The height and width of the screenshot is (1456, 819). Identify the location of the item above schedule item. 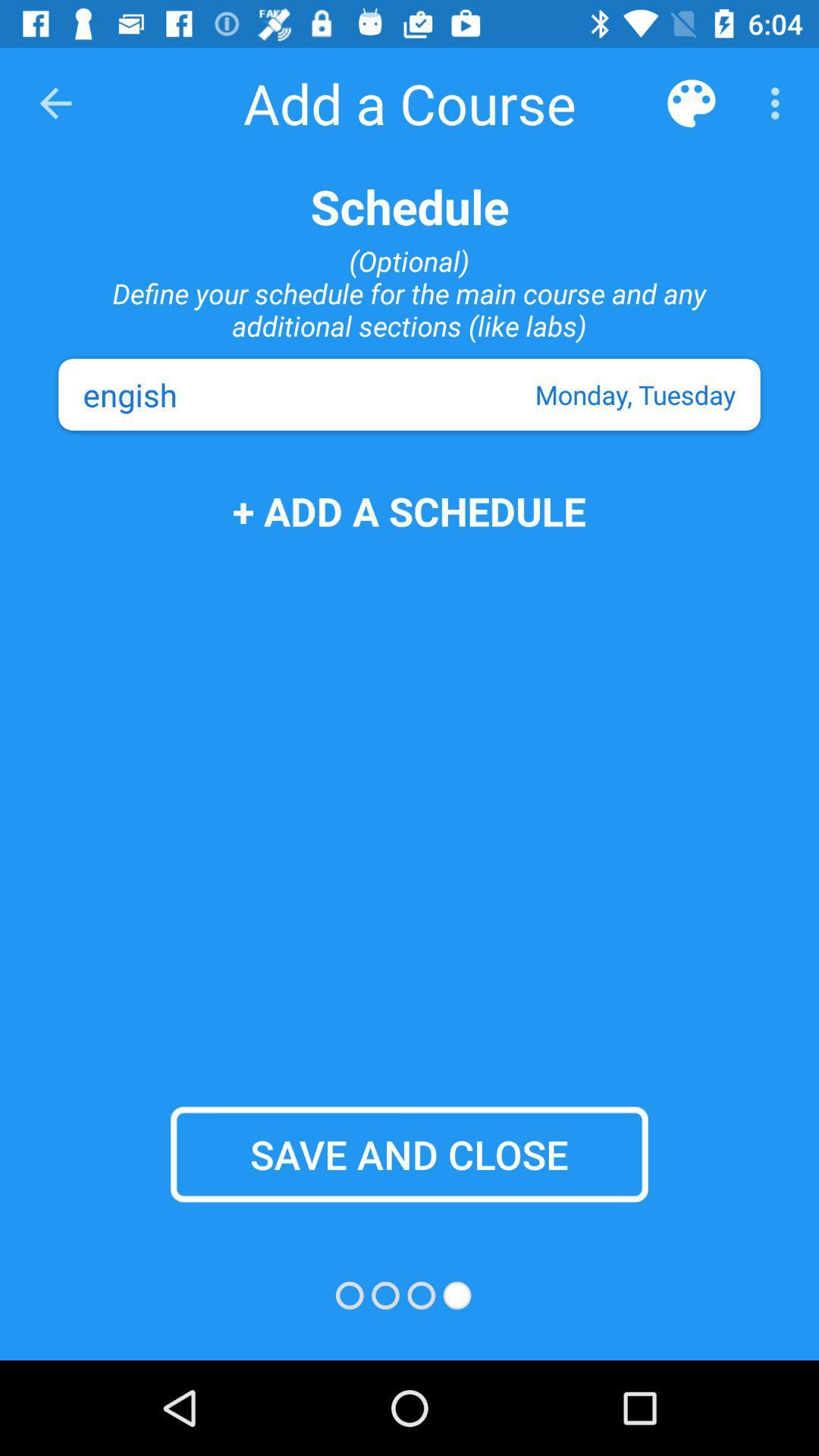
(691, 102).